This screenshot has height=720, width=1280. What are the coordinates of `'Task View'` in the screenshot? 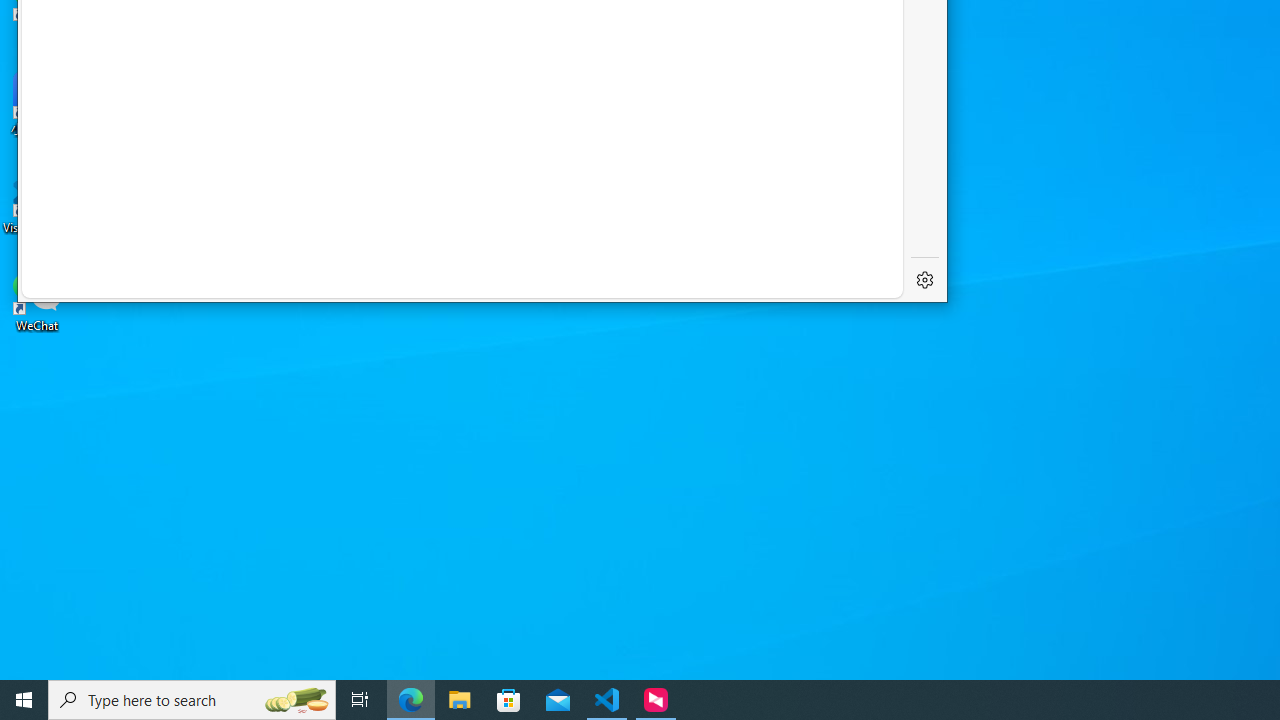 It's located at (359, 698).